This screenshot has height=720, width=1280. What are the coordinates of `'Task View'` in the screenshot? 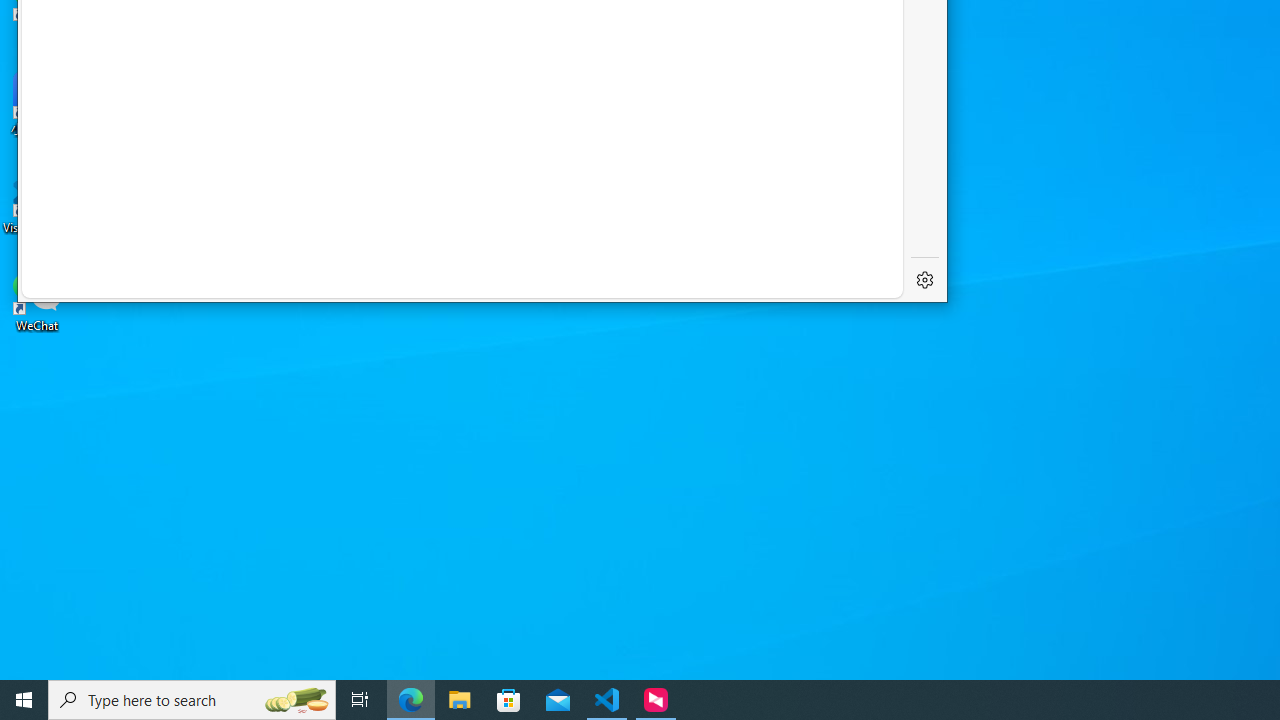 It's located at (359, 698).